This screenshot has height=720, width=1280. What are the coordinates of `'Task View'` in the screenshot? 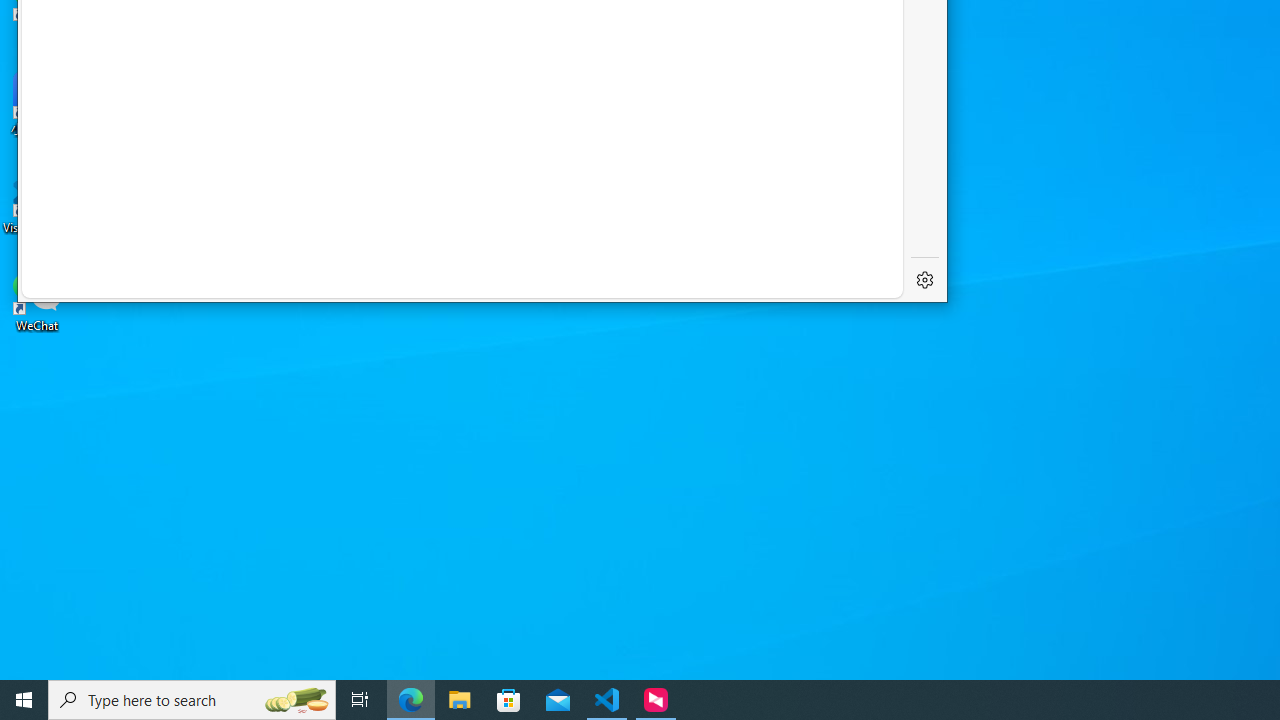 It's located at (359, 698).